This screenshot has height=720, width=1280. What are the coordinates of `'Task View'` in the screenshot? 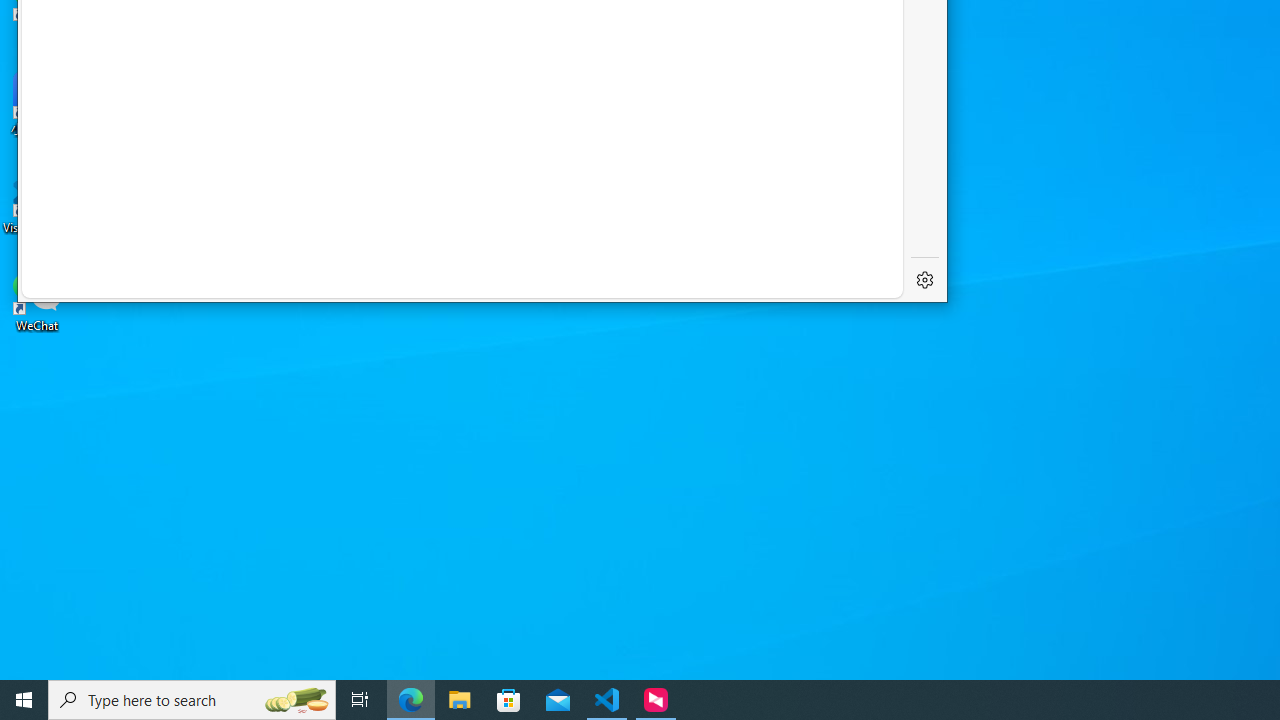 It's located at (359, 698).